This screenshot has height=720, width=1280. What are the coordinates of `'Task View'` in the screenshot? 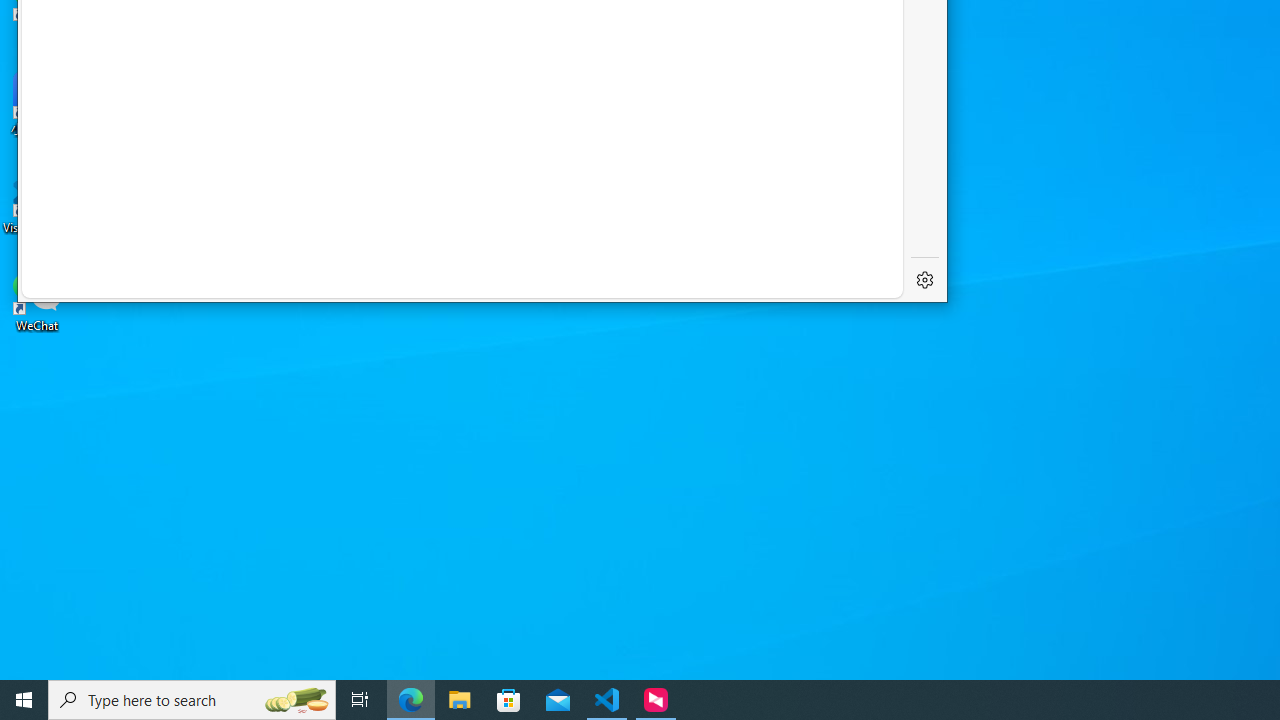 It's located at (359, 698).